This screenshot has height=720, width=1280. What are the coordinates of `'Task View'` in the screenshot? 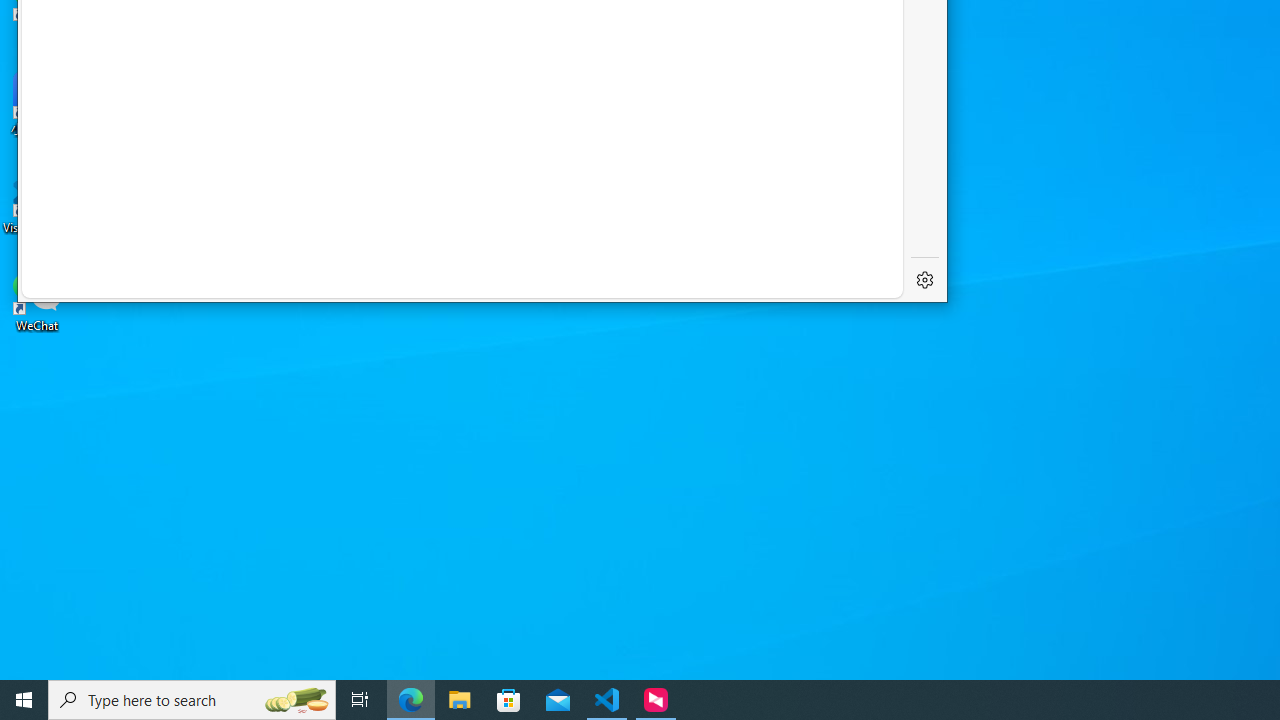 It's located at (359, 698).